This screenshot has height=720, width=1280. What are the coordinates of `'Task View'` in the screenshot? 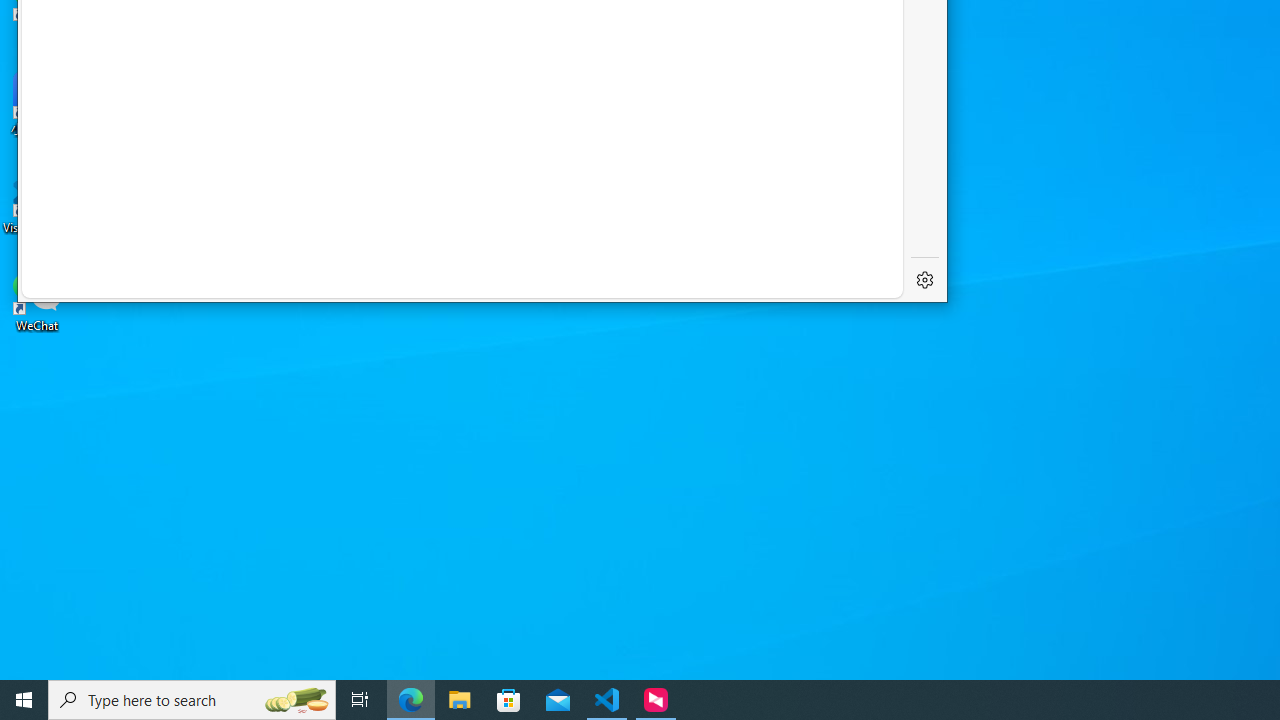 It's located at (359, 698).